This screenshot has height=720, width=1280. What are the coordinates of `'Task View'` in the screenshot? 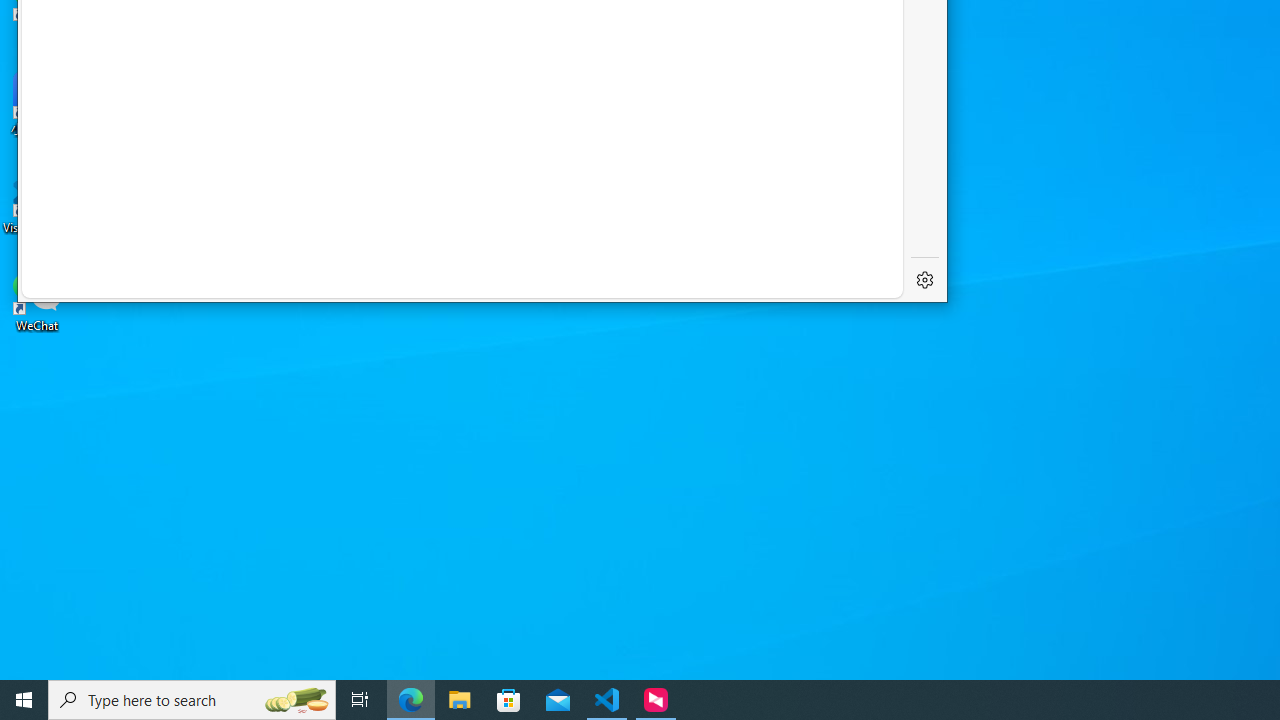 It's located at (359, 698).